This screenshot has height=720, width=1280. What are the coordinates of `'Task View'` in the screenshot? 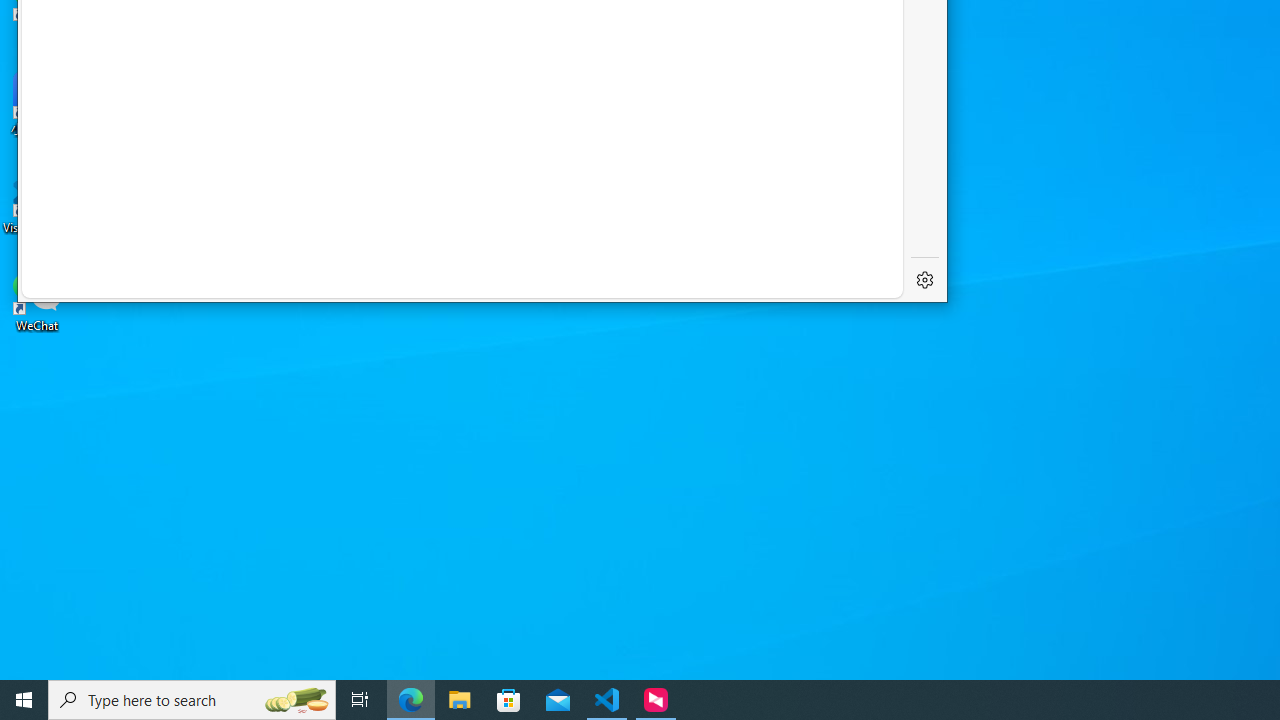 It's located at (359, 698).